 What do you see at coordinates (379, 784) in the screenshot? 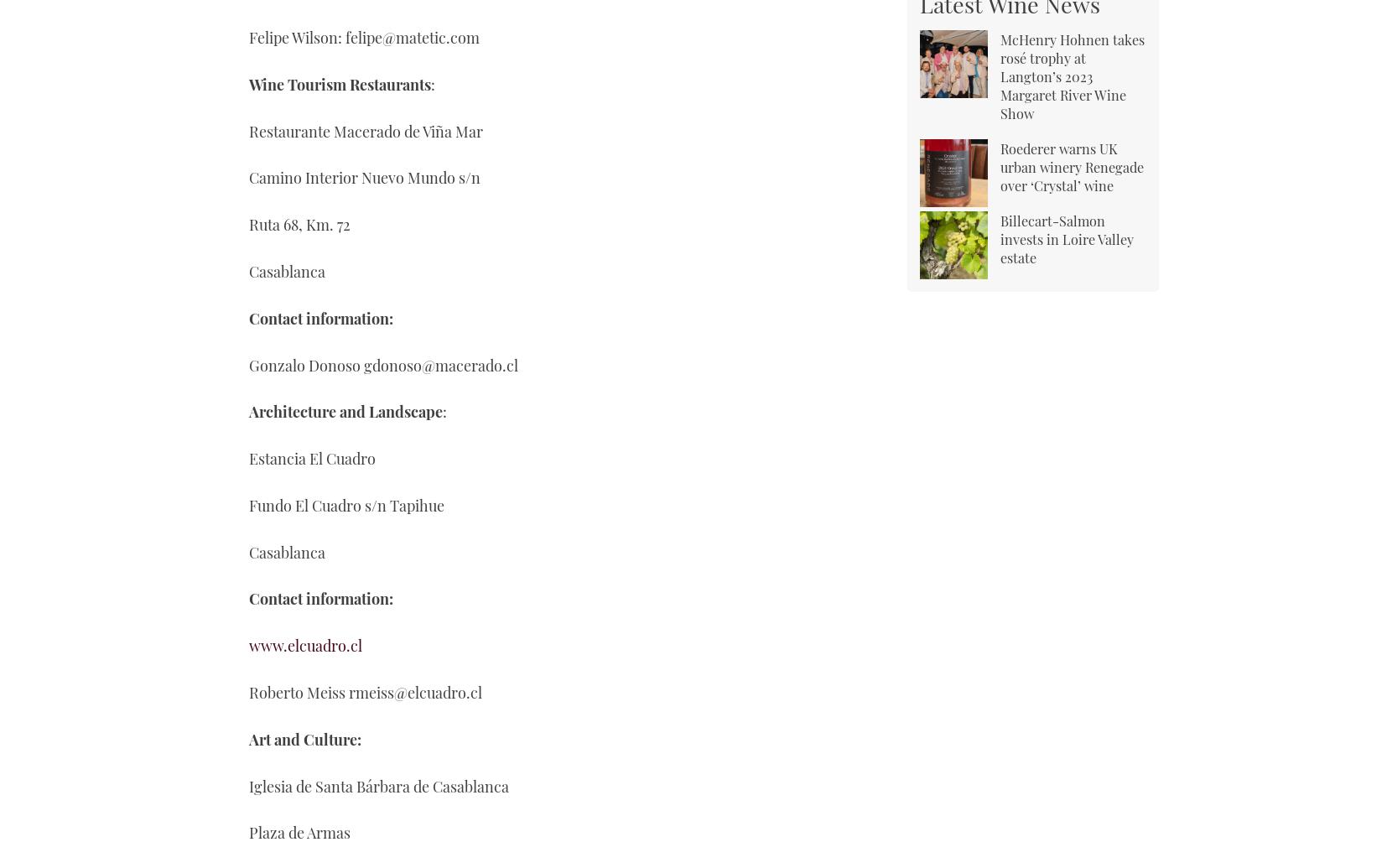
I see `'Iglesia de Santa Bárbara de Casablanca'` at bounding box center [379, 784].